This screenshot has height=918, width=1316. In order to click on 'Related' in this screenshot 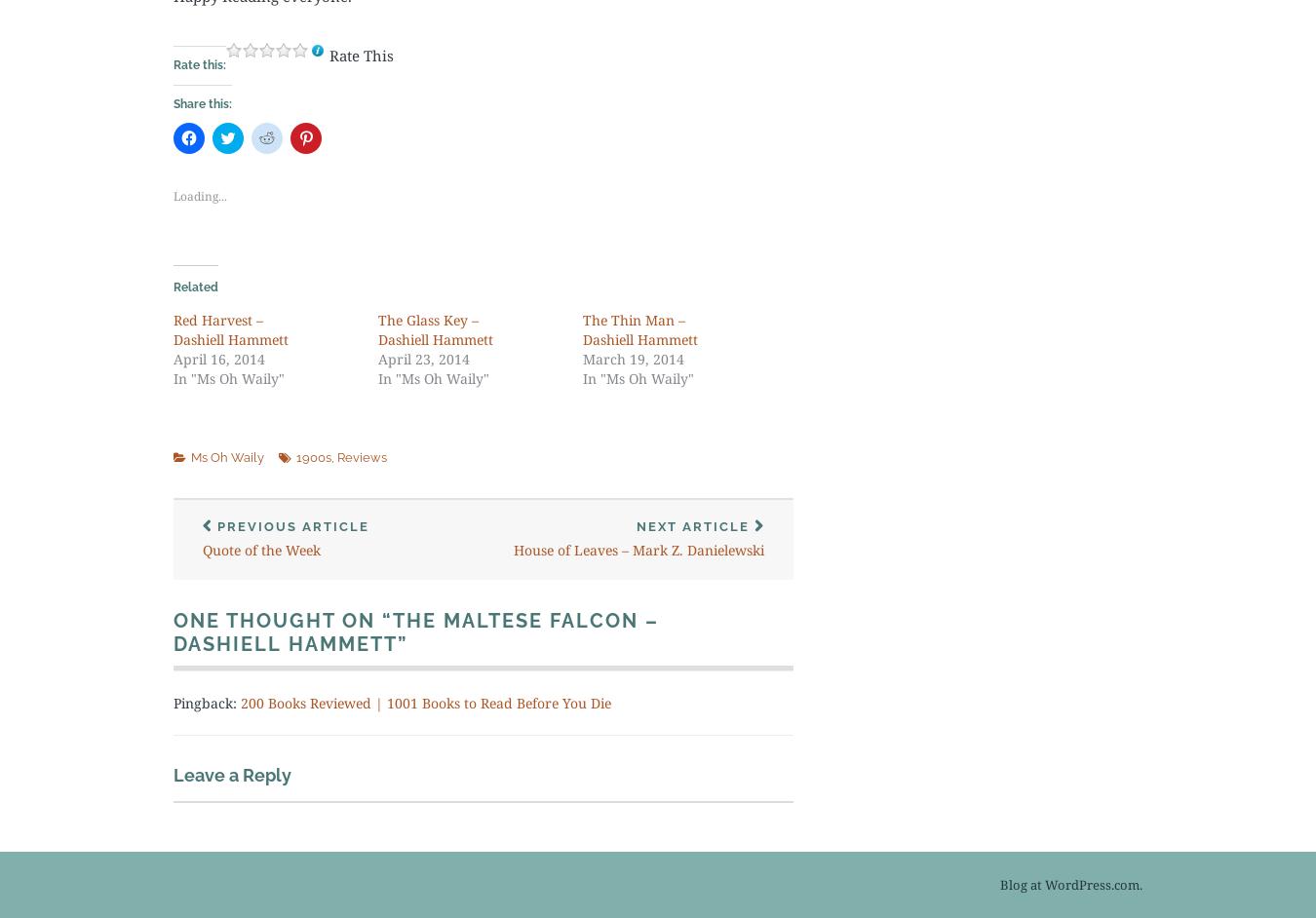, I will do `click(174, 287)`.